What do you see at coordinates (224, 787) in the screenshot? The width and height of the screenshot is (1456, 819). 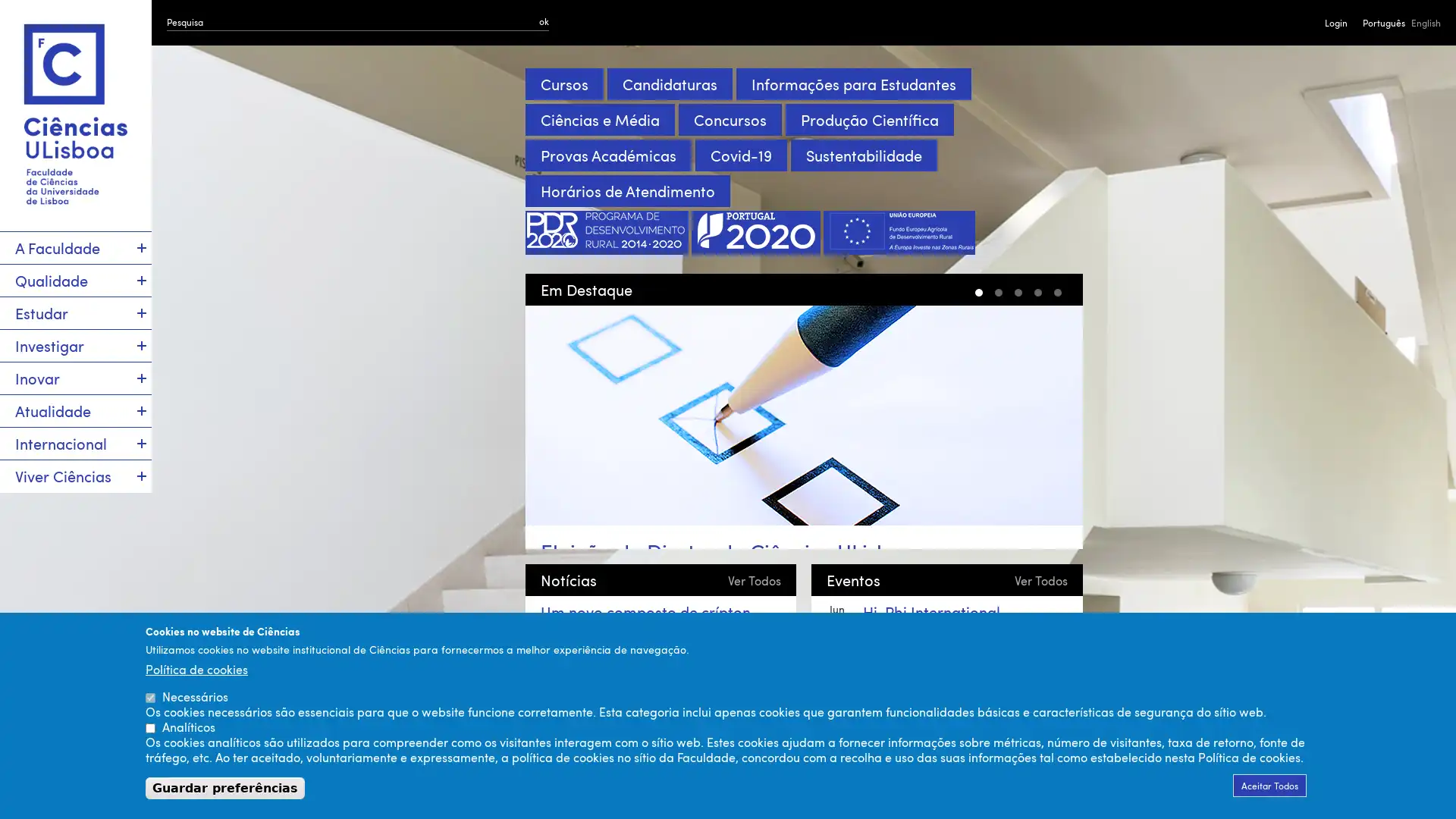 I see `Guardar preferencias` at bounding box center [224, 787].